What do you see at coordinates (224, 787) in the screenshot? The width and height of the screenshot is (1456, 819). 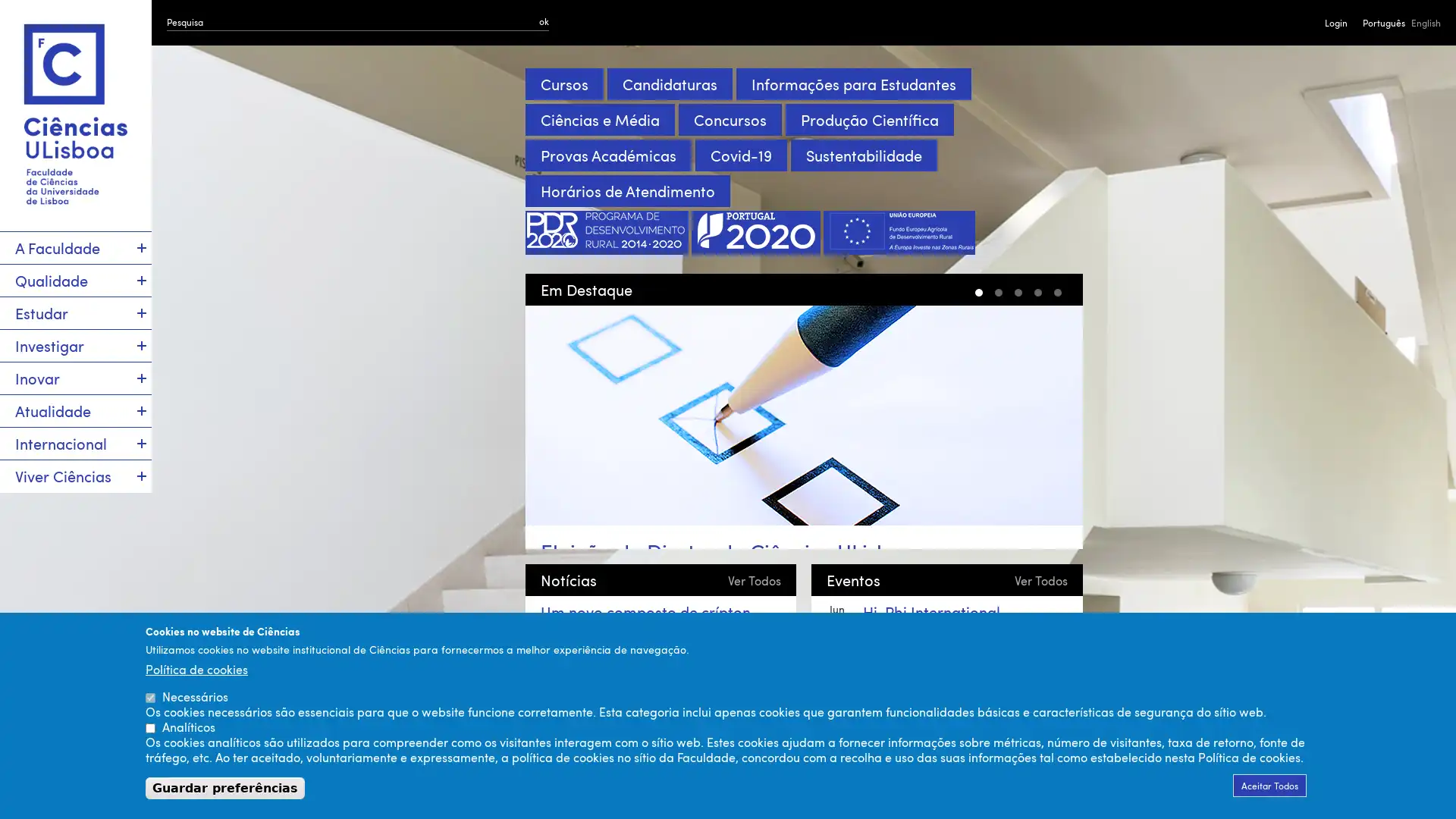 I see `Guardar preferencias` at bounding box center [224, 787].